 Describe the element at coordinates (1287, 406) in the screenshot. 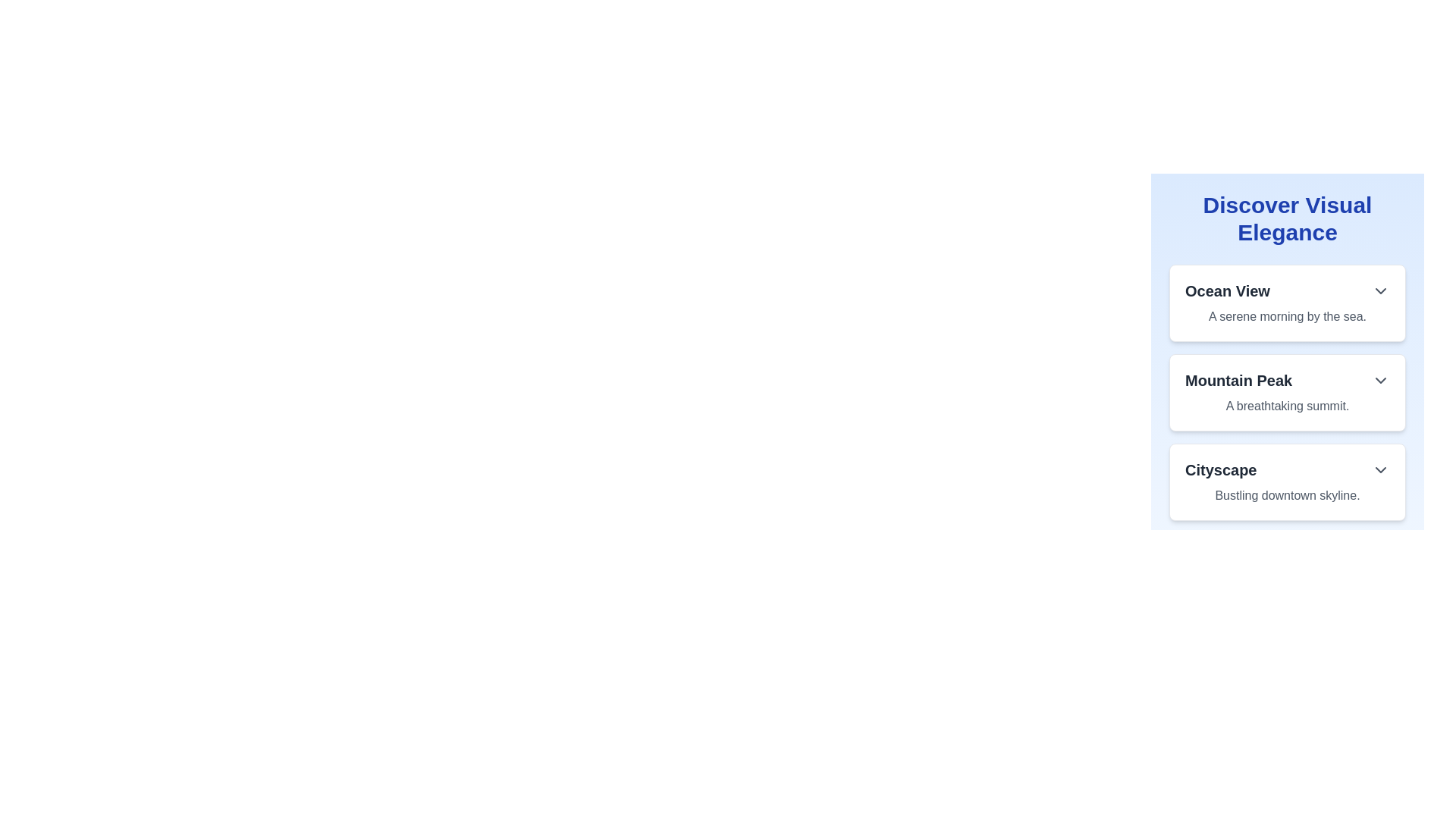

I see `the text element reading 'A breathtaking summit.' which is styled in a lighter shade of gray and located beneath the heading 'Mountain Peak' within a card` at that location.